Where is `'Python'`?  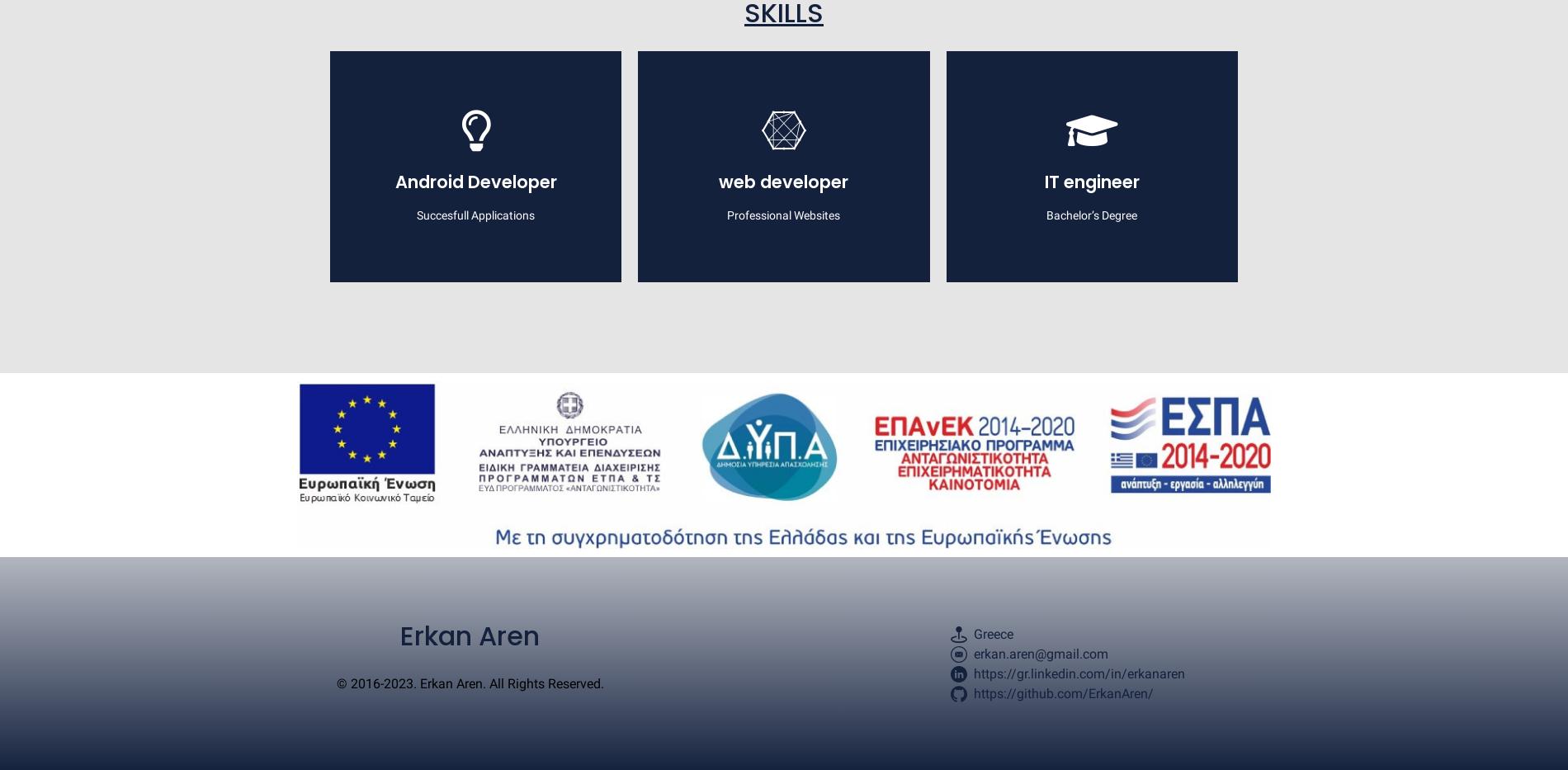 'Python' is located at coordinates (782, 430).